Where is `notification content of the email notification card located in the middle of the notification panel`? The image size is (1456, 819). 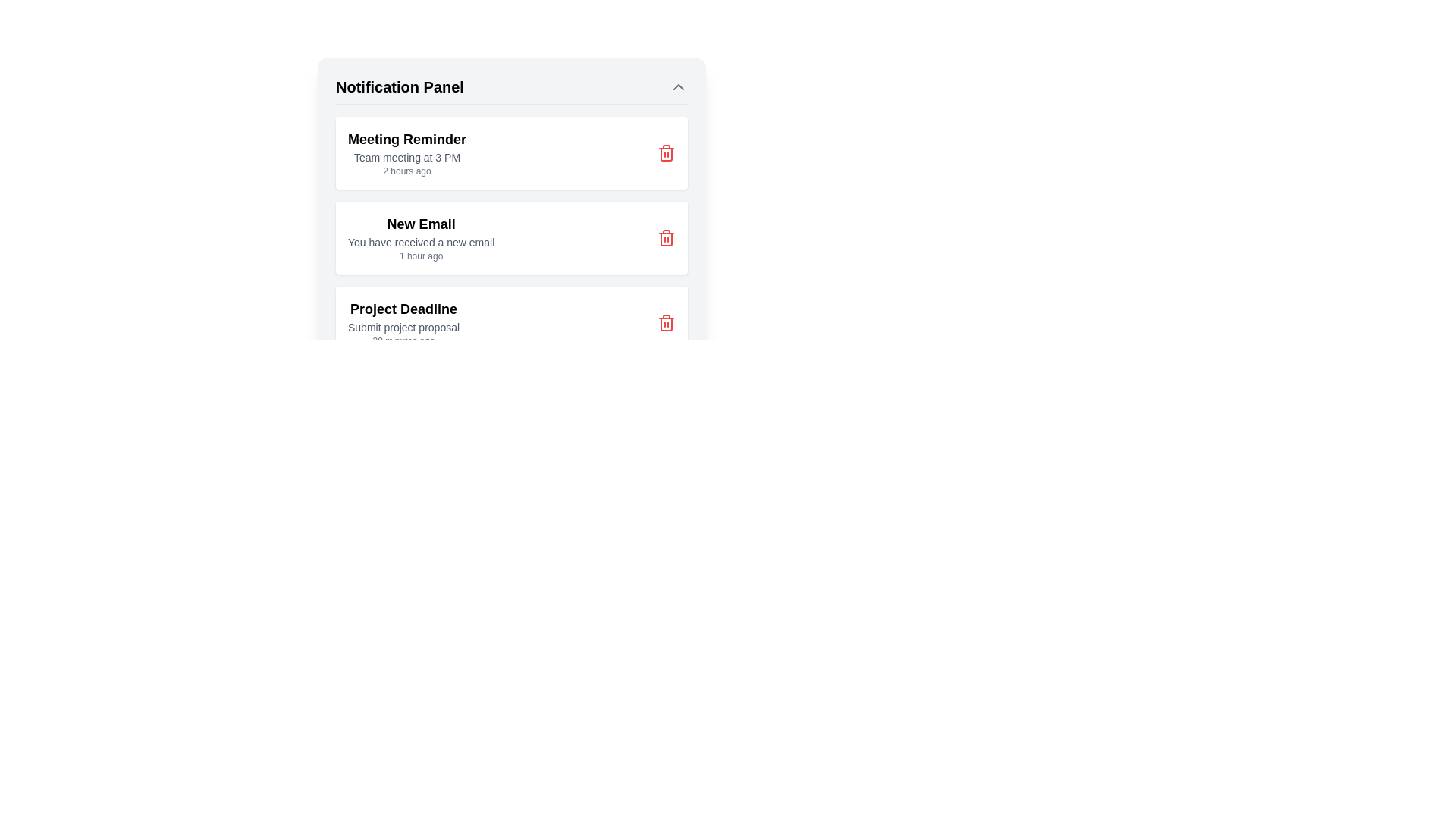
notification content of the email notification card located in the middle of the notification panel is located at coordinates (512, 239).